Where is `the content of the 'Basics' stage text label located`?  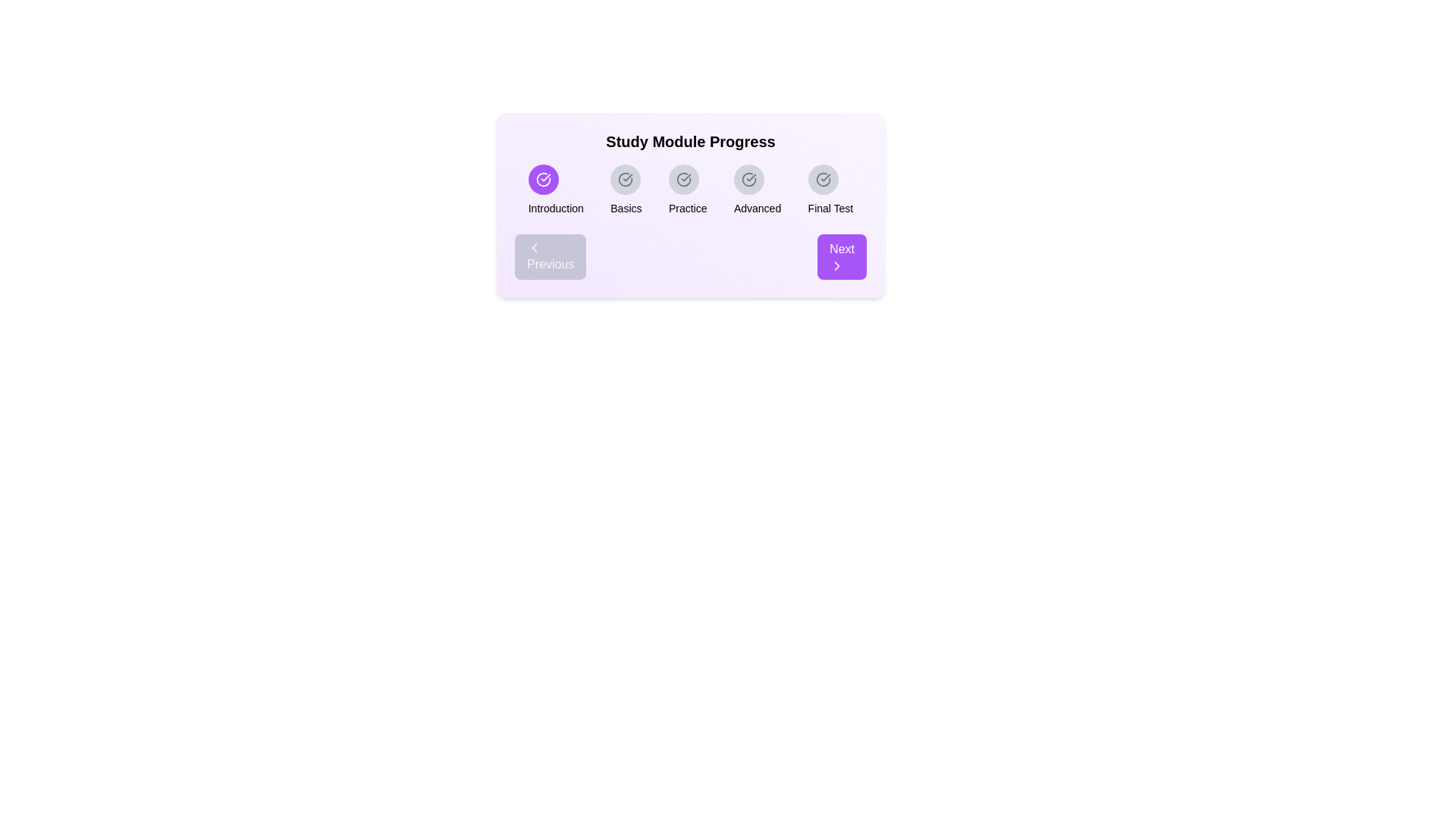 the content of the 'Basics' stage text label located is located at coordinates (626, 208).